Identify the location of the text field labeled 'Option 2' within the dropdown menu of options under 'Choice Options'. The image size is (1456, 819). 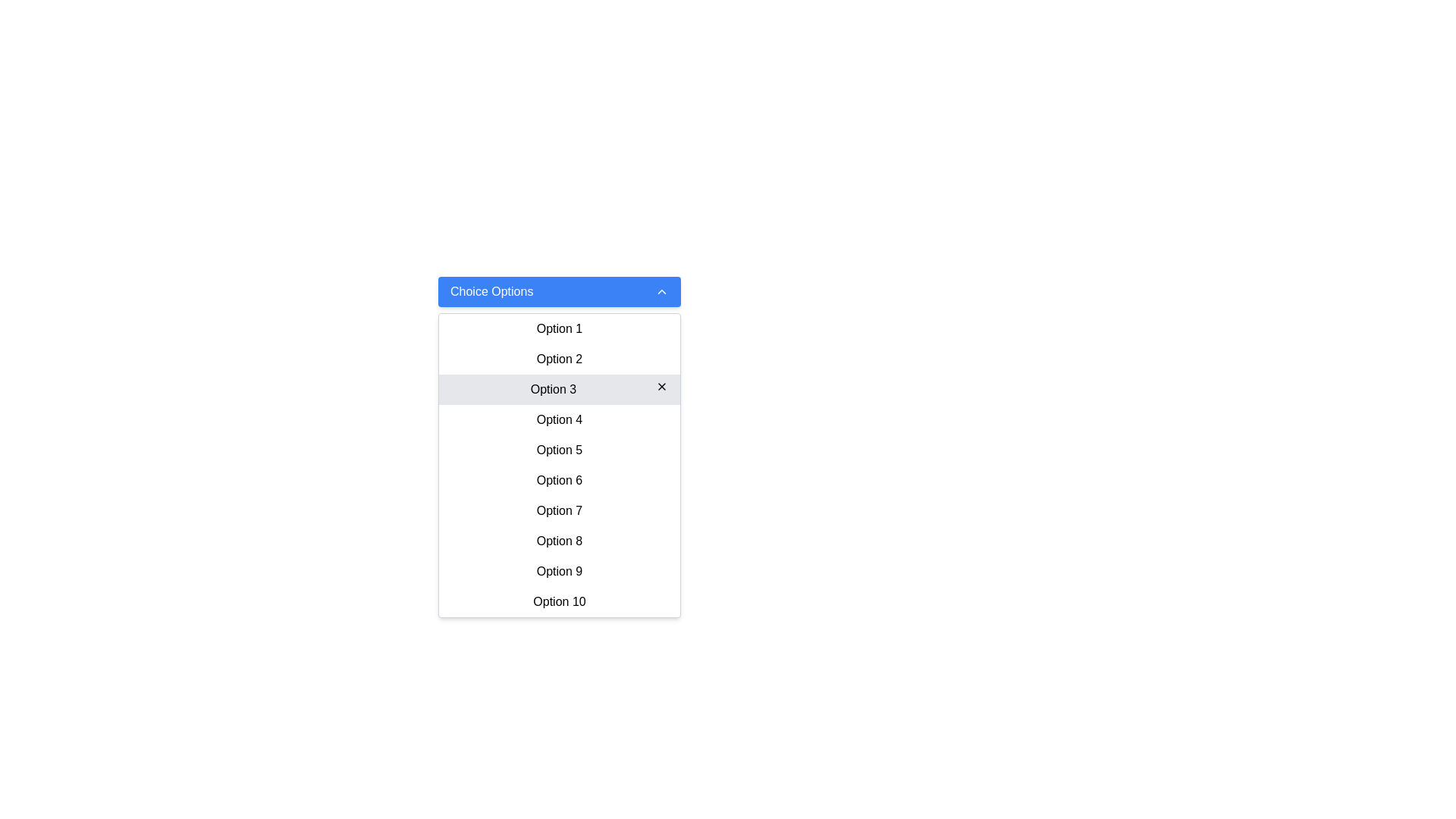
(559, 359).